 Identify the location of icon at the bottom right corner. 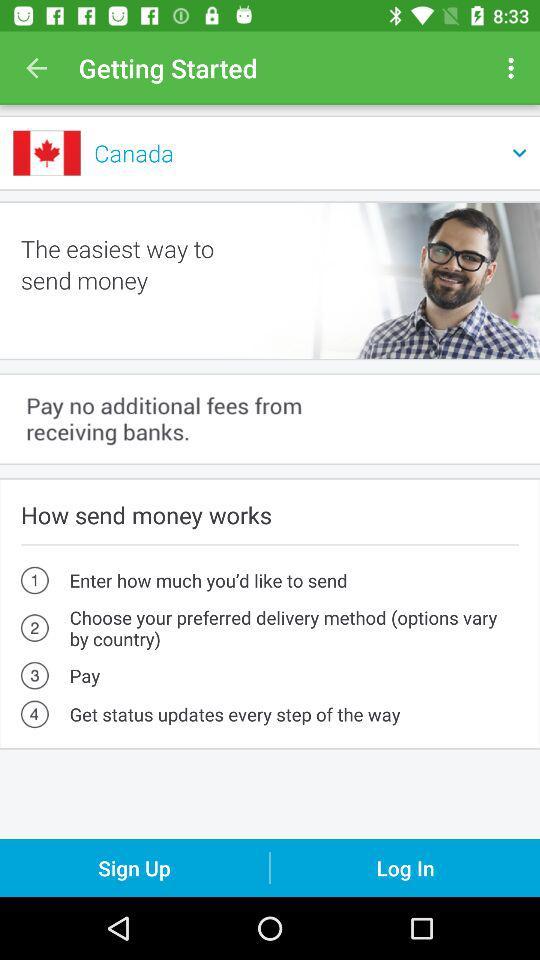
(405, 867).